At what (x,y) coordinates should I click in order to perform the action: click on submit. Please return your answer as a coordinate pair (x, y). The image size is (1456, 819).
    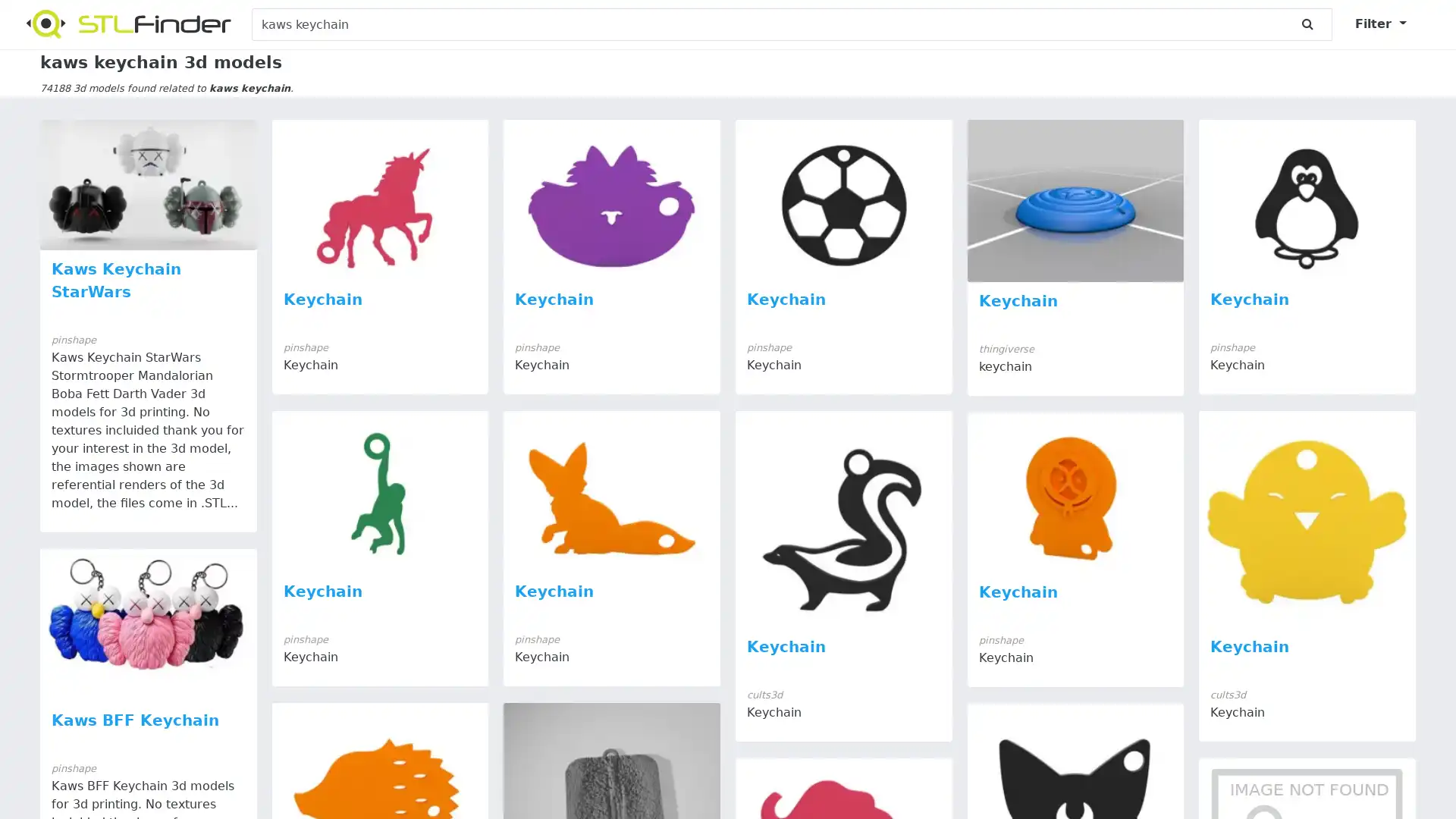
    Looking at the image, I should click on (1307, 24).